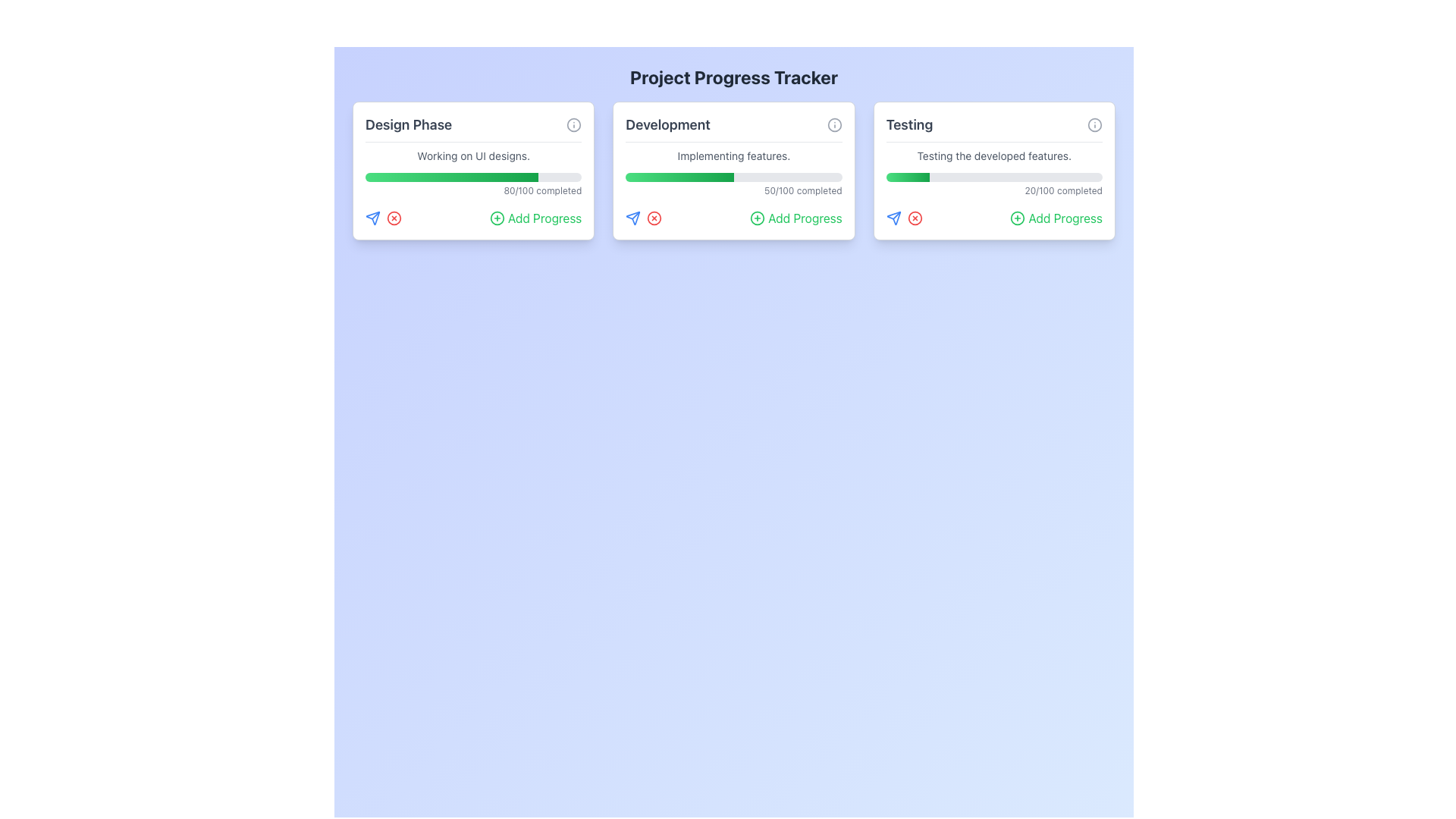  I want to click on the small circular button with an 'i' icon located in the top-right corner of the 'Design Phase' card, so click(573, 124).